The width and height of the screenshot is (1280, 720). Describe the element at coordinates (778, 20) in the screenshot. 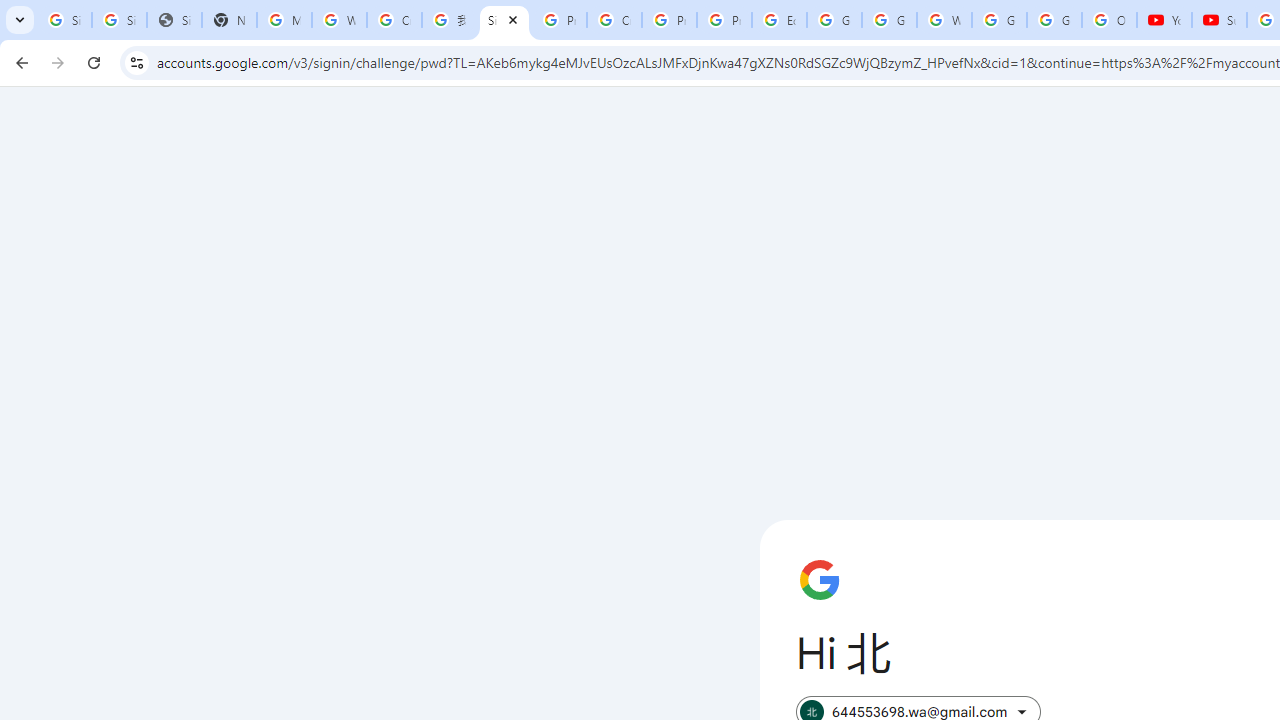

I see `'Edit and view right-to-left text - Google Docs Editors Help'` at that location.